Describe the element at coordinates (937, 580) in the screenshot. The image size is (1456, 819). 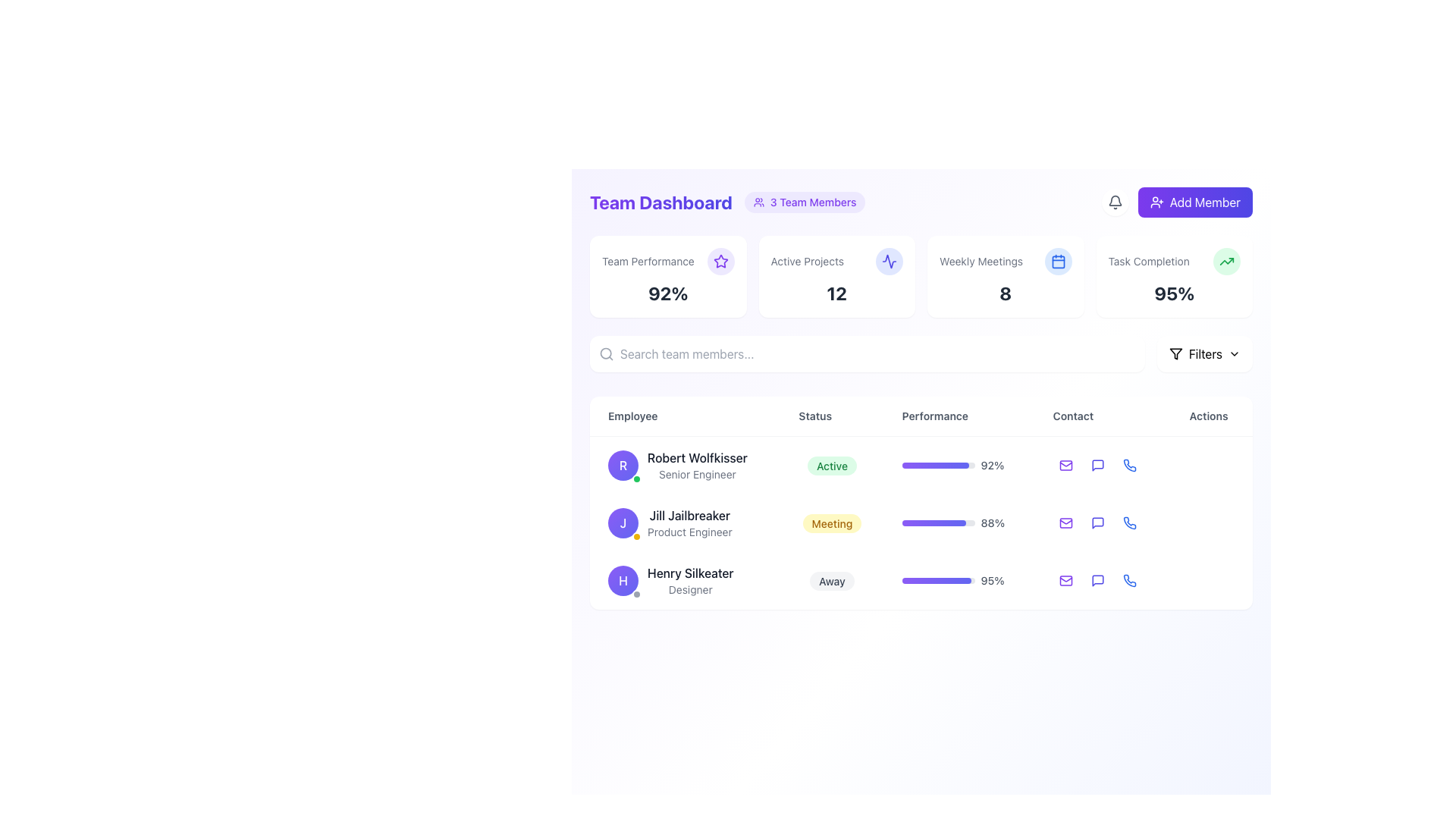
I see `the horizontal progress bar indicating 95% completion, located in the bottom row of the 'Performance' column next to 'Henry Silkeater' status` at that location.